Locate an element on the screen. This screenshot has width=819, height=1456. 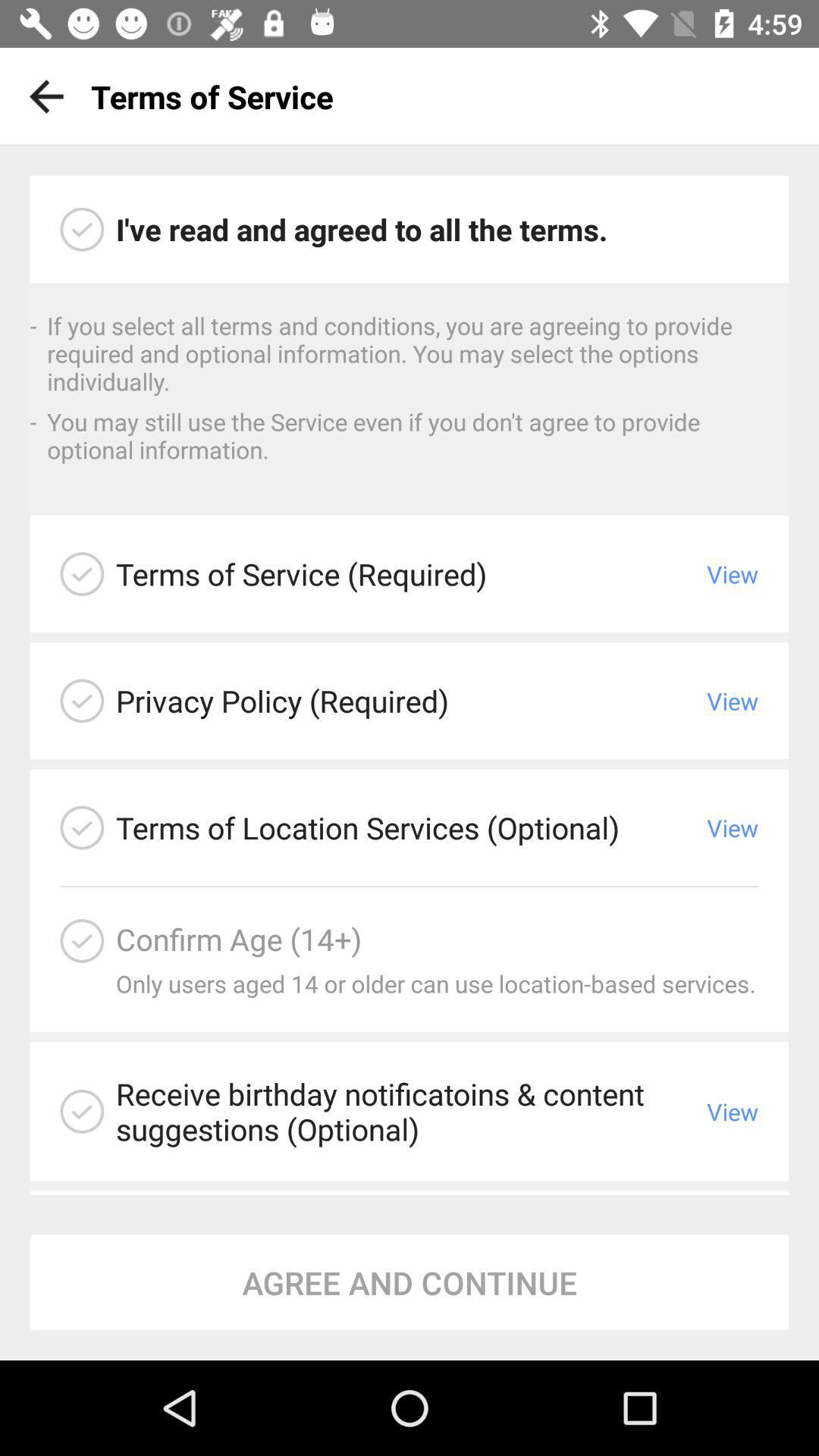
read terms and conditions is located at coordinates (82, 573).